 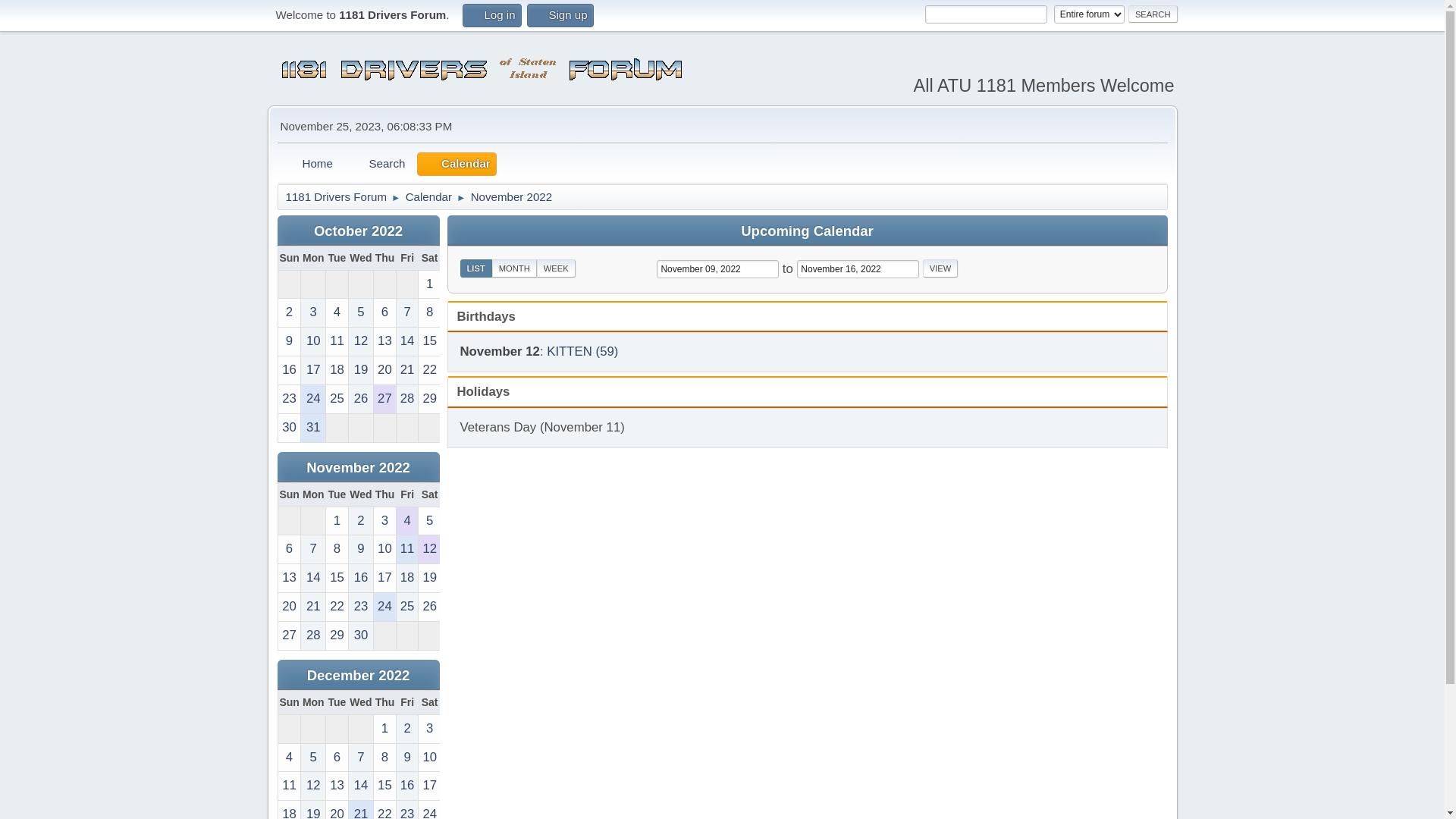 What do you see at coordinates (512, 193) in the screenshot?
I see `'November 2022'` at bounding box center [512, 193].